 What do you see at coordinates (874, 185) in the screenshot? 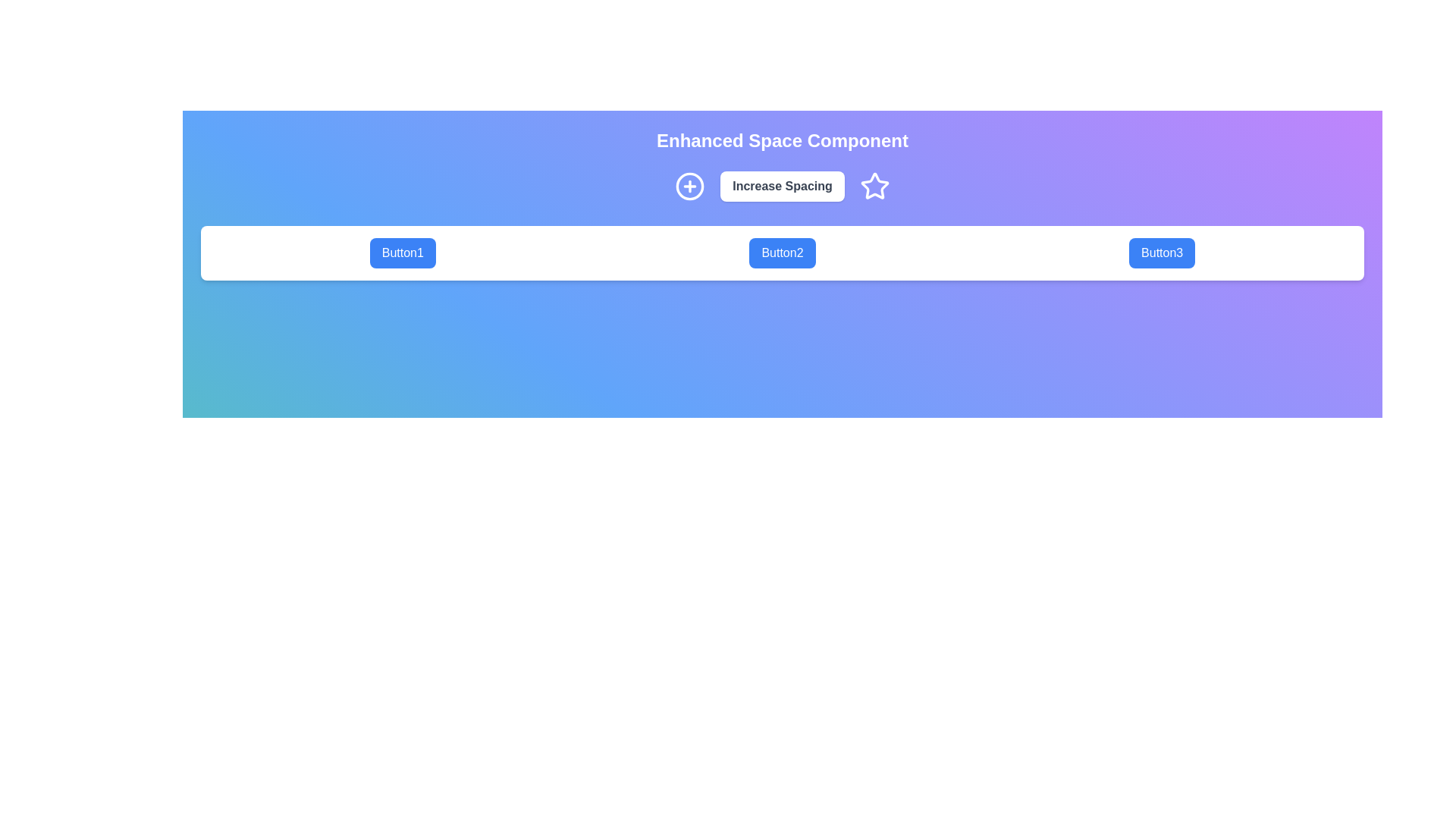
I see `the star icon located near the center-top of the page, adjacent to the 'Increase Spacing' button` at bounding box center [874, 185].